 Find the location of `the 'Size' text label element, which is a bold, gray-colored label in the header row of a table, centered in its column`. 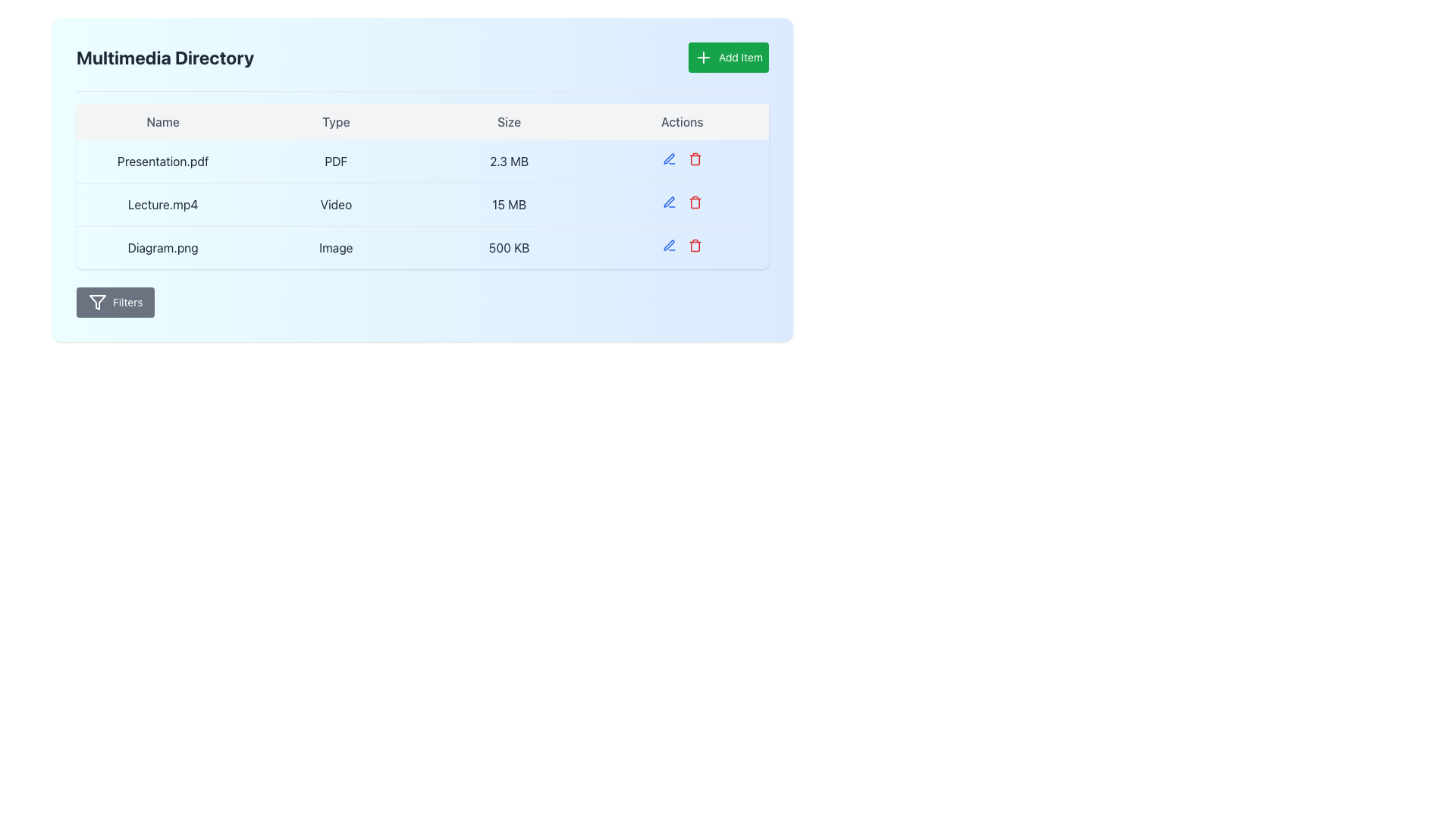

the 'Size' text label element, which is a bold, gray-colored label in the header row of a table, centered in its column is located at coordinates (509, 121).